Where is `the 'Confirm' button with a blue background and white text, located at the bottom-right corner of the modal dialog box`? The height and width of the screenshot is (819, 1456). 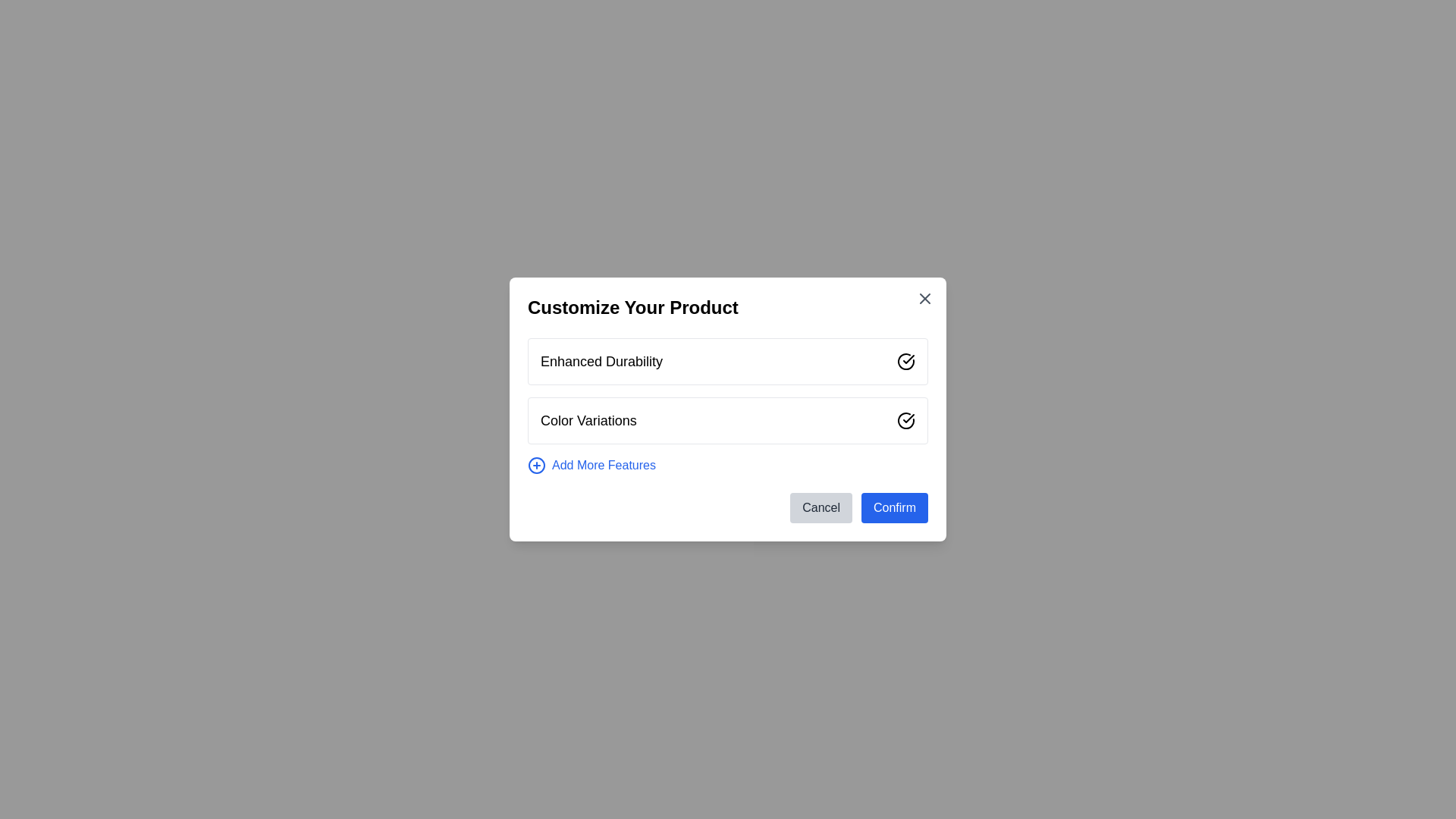
the 'Confirm' button with a blue background and white text, located at the bottom-right corner of the modal dialog box is located at coordinates (895, 508).